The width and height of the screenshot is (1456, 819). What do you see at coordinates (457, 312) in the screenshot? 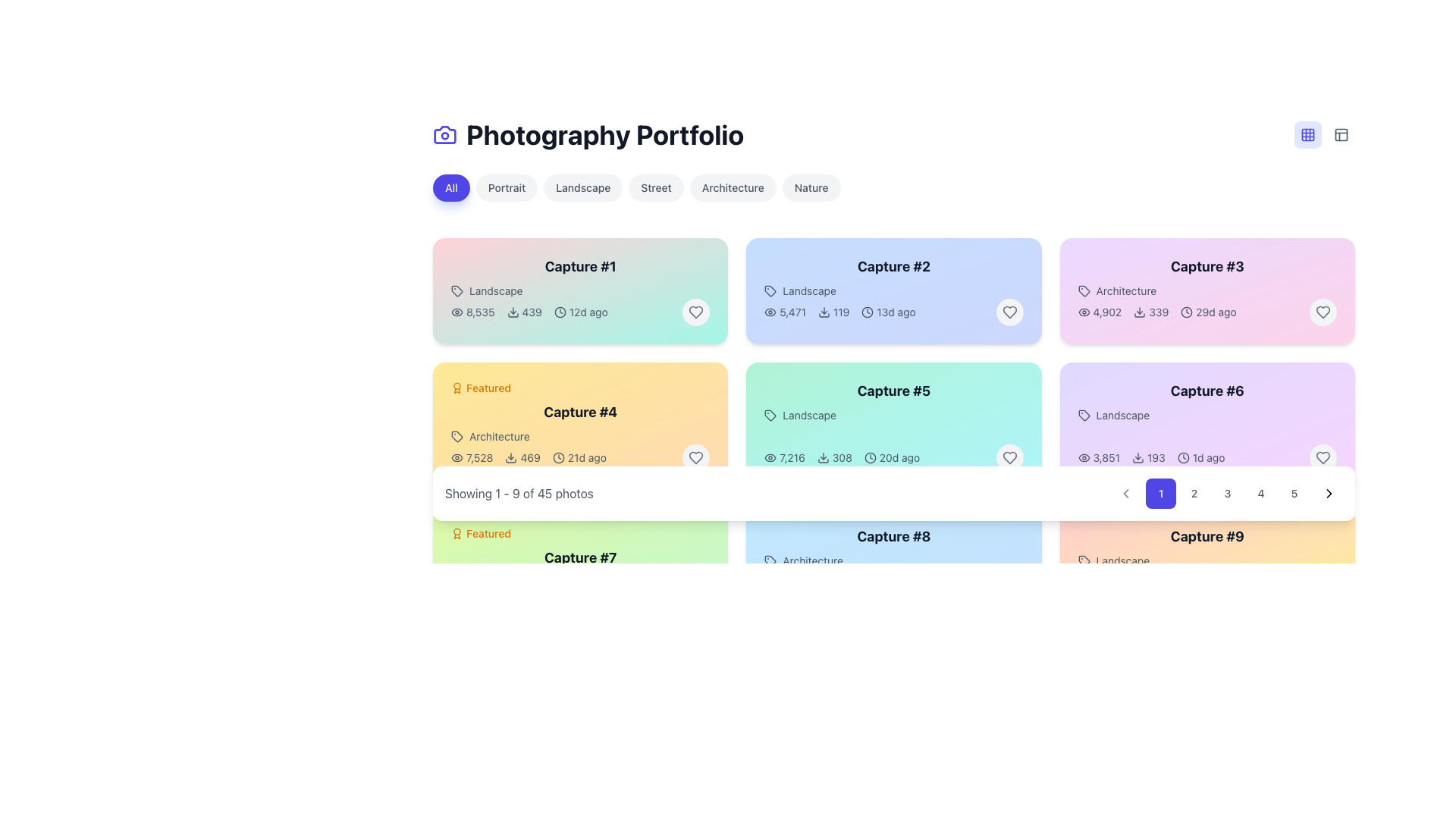
I see `the eye icon located to the left of the number '8,535' in the 'Capture #1' panel for informational purposes` at bounding box center [457, 312].